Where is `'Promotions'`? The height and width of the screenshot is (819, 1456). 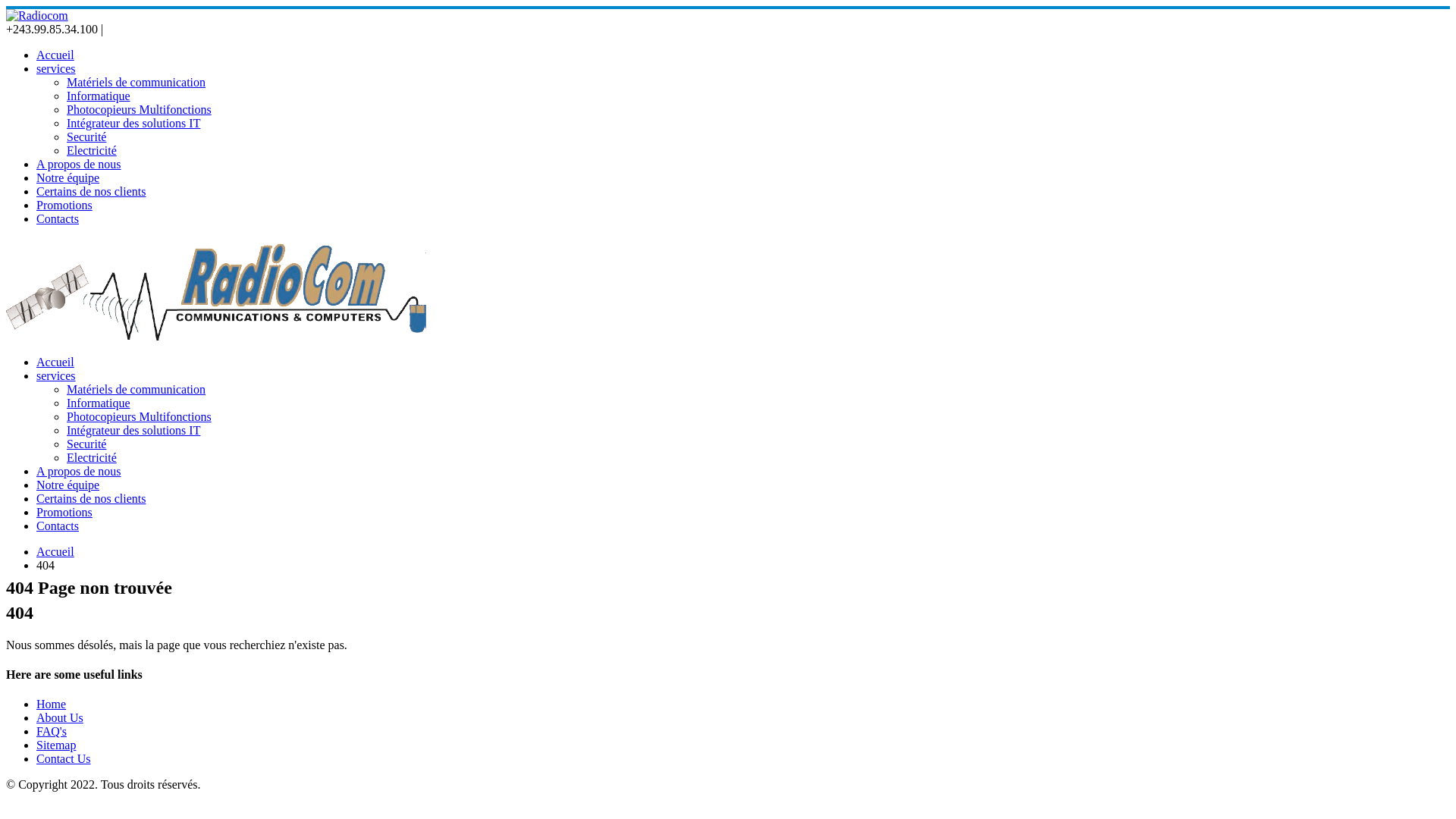 'Promotions' is located at coordinates (64, 512).